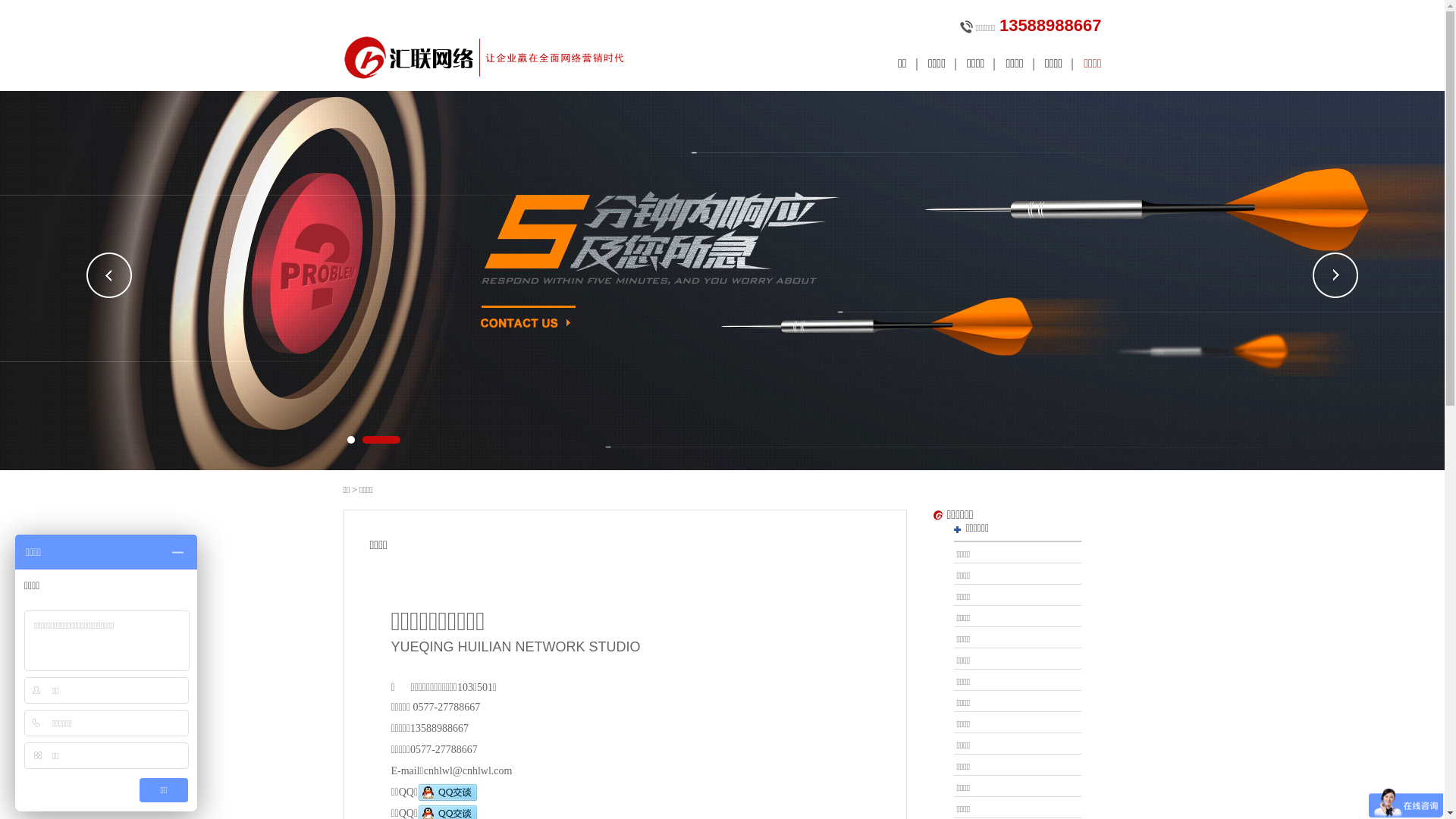 Image resolution: width=1456 pixels, height=819 pixels. Describe the element at coordinates (346, 439) in the screenshot. I see `'1'` at that location.